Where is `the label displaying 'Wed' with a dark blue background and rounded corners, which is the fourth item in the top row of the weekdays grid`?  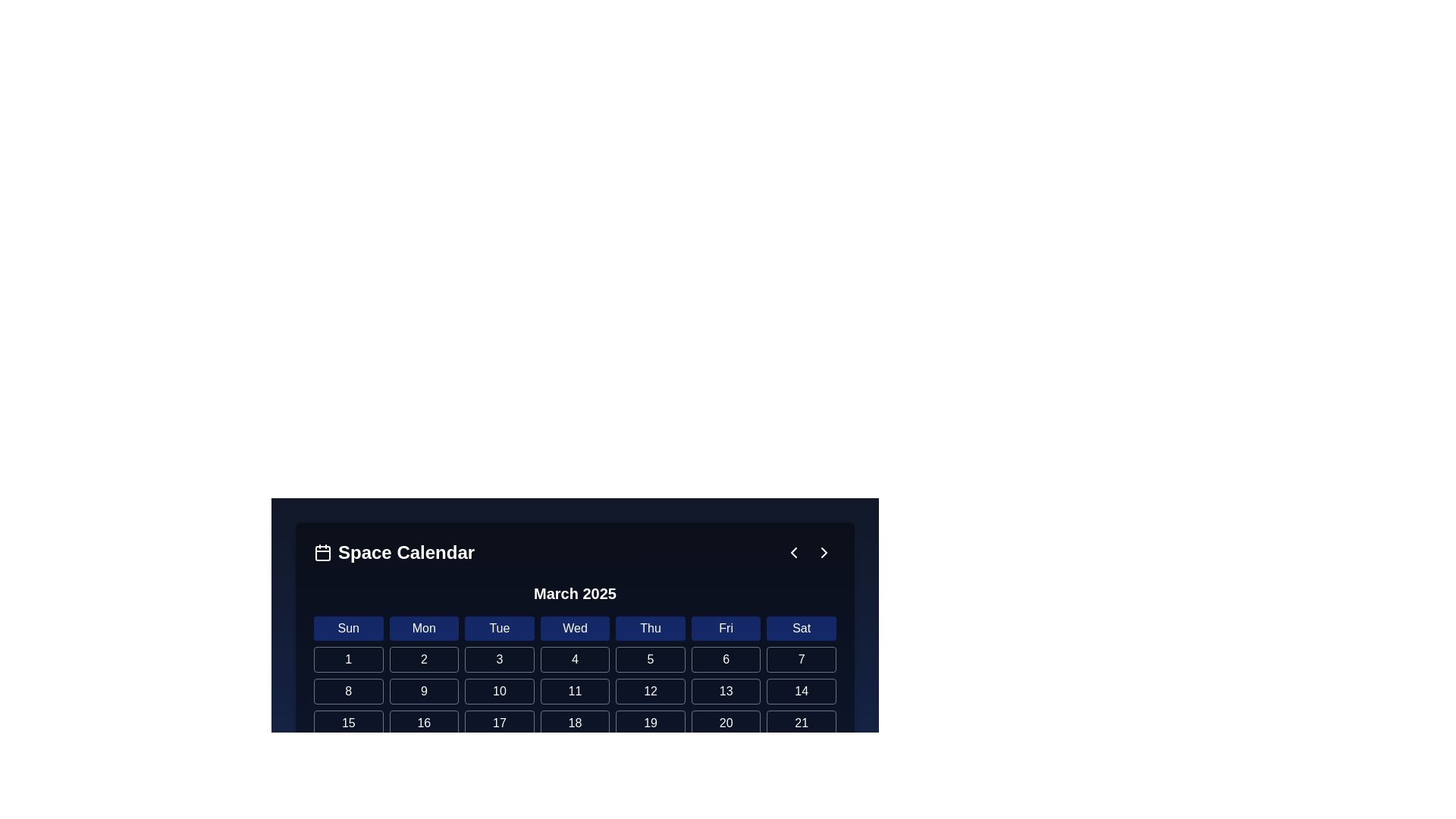
the label displaying 'Wed' with a dark blue background and rounded corners, which is the fourth item in the top row of the weekdays grid is located at coordinates (574, 629).